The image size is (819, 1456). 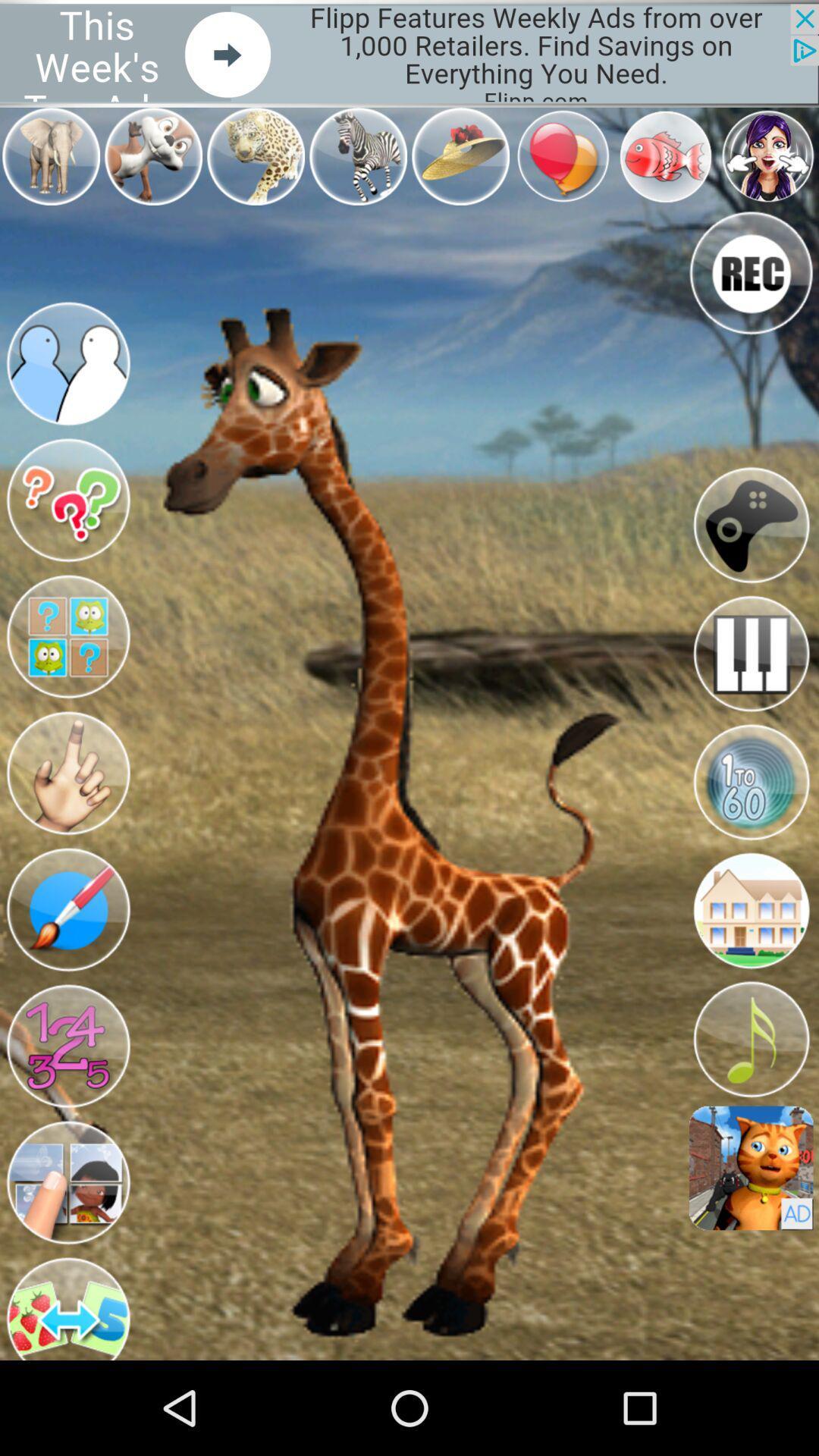 What do you see at coordinates (751, 974) in the screenshot?
I see `the home icon` at bounding box center [751, 974].